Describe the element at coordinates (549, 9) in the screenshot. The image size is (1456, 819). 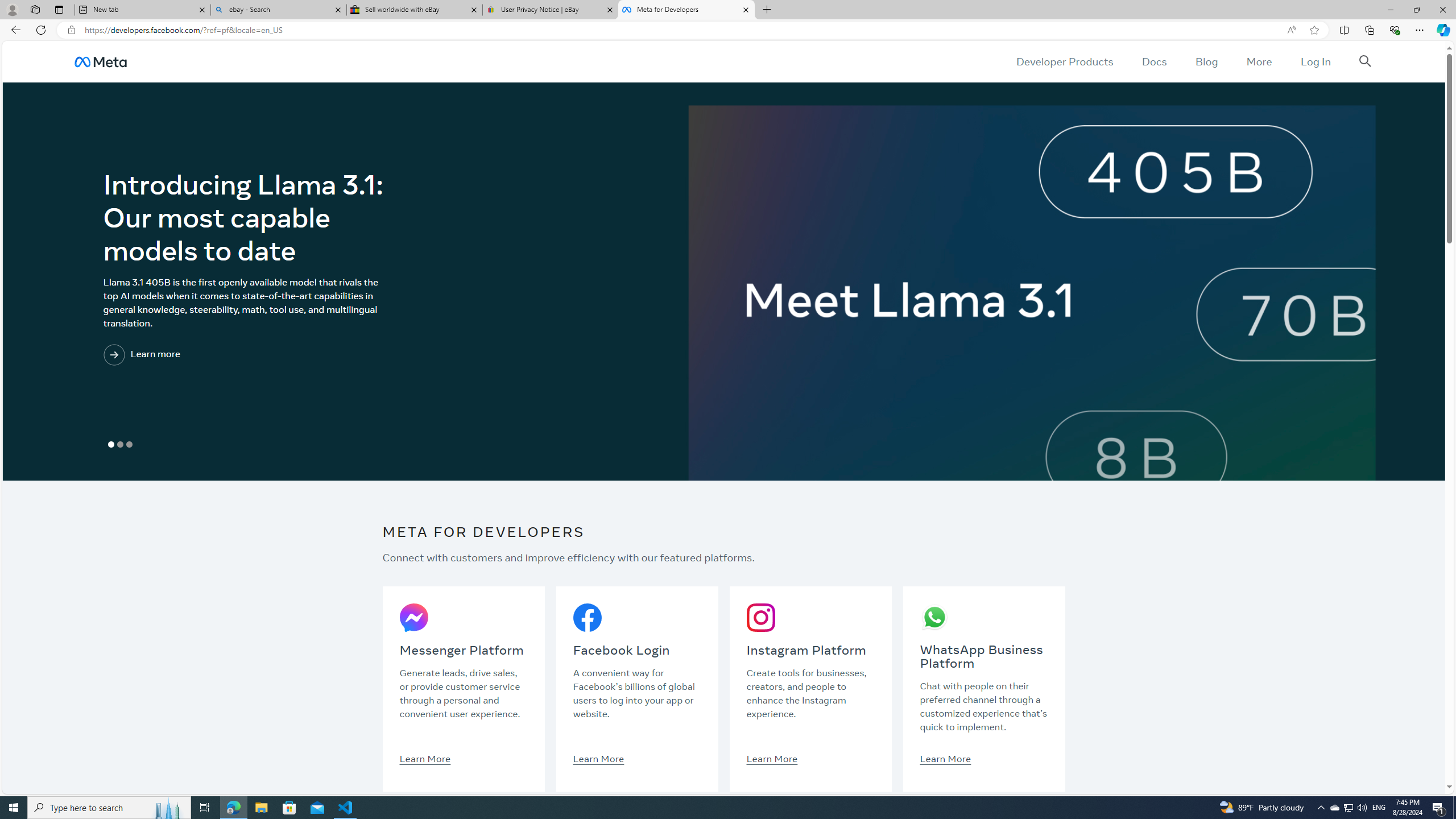
I see `'User Privacy Notice | eBay'` at that location.